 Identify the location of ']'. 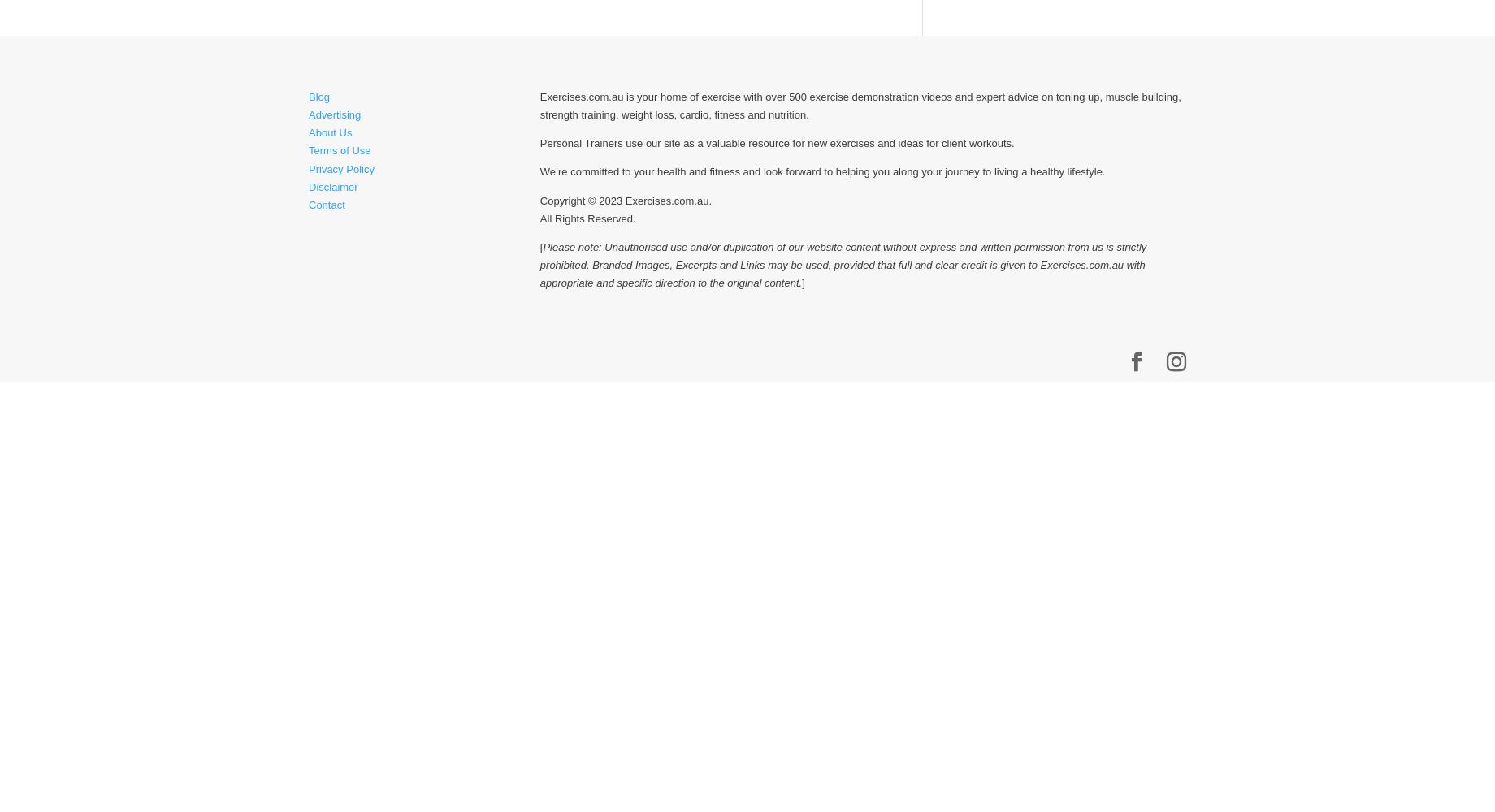
(803, 281).